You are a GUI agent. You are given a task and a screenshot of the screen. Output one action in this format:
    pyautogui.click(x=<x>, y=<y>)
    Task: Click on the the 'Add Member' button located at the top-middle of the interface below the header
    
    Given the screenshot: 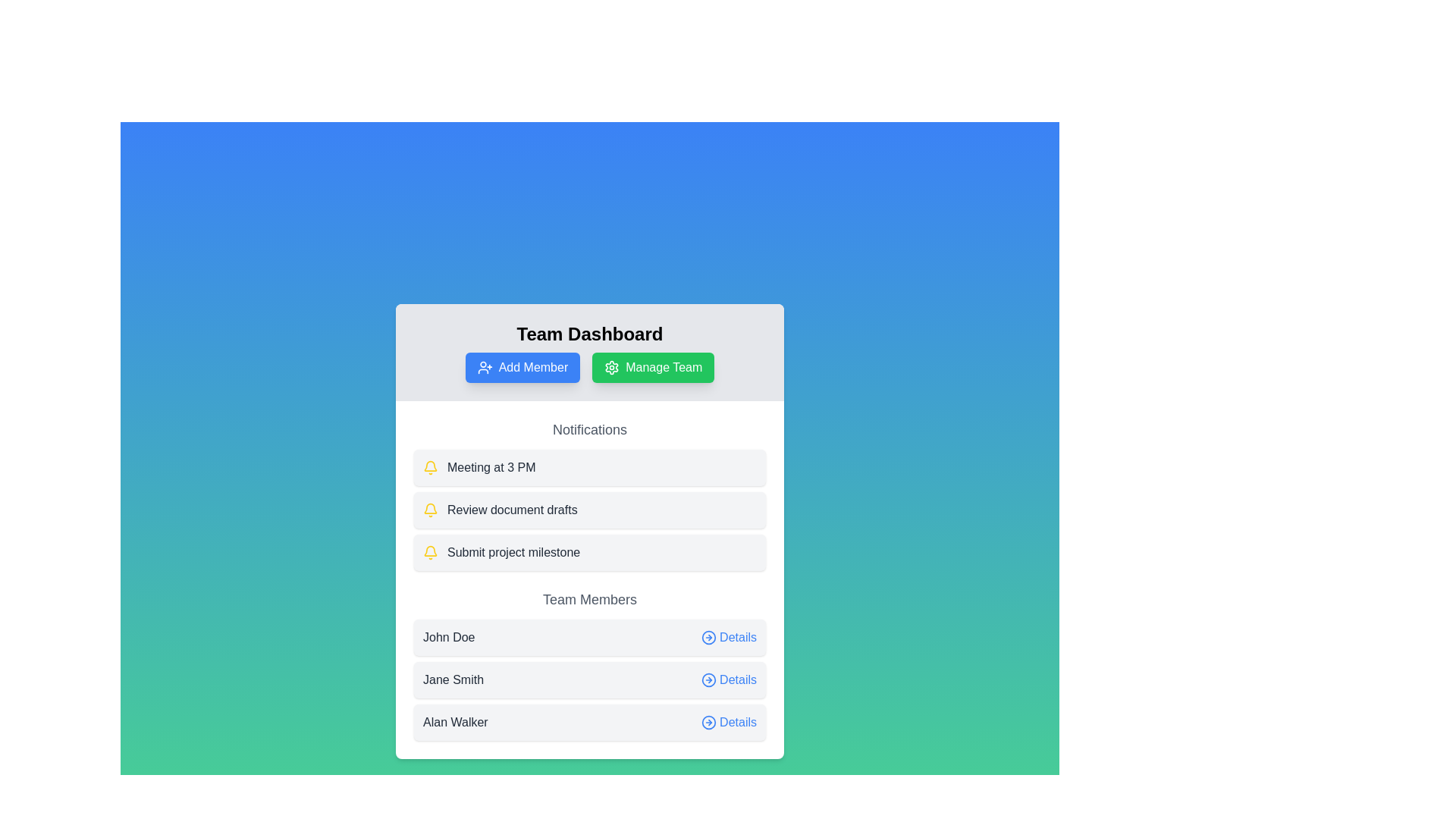 What is the action you would take?
    pyautogui.click(x=522, y=368)
    